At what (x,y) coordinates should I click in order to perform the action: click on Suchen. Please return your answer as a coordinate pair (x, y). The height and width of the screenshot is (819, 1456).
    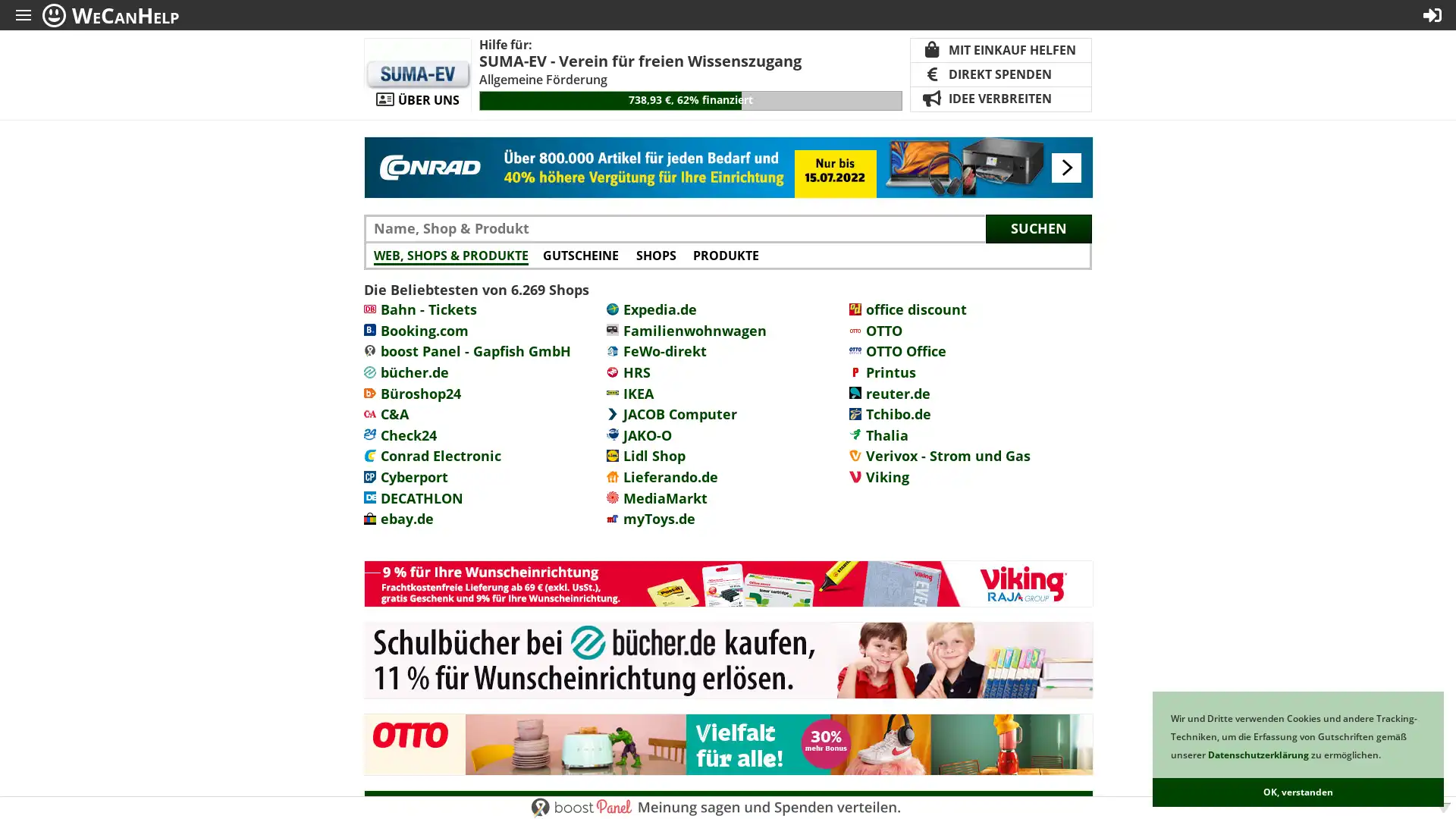
    Looking at the image, I should click on (1037, 227).